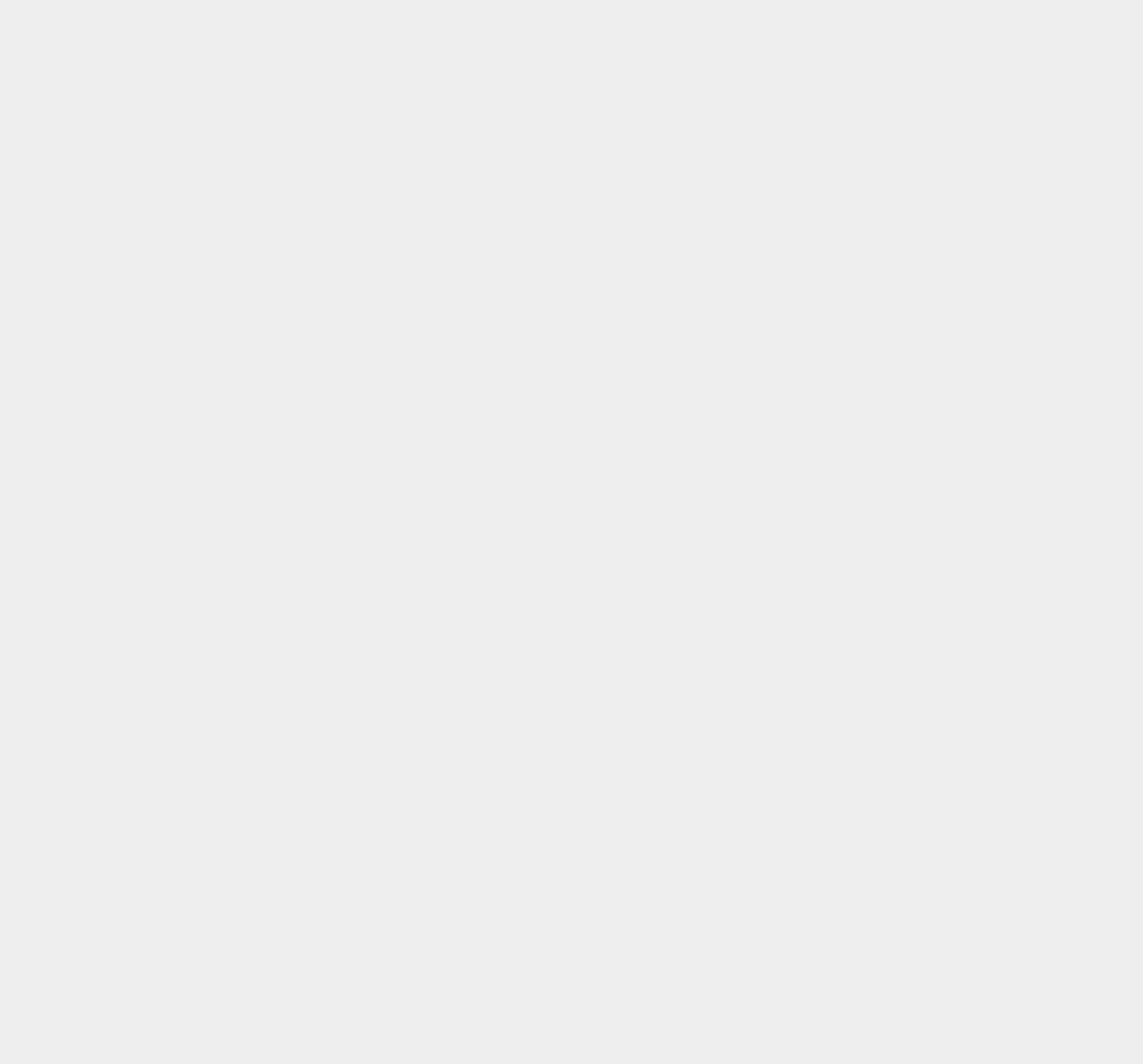 This screenshot has width=1143, height=1064. What do you see at coordinates (807, 573) in the screenshot?
I see `'macOS 12'` at bounding box center [807, 573].